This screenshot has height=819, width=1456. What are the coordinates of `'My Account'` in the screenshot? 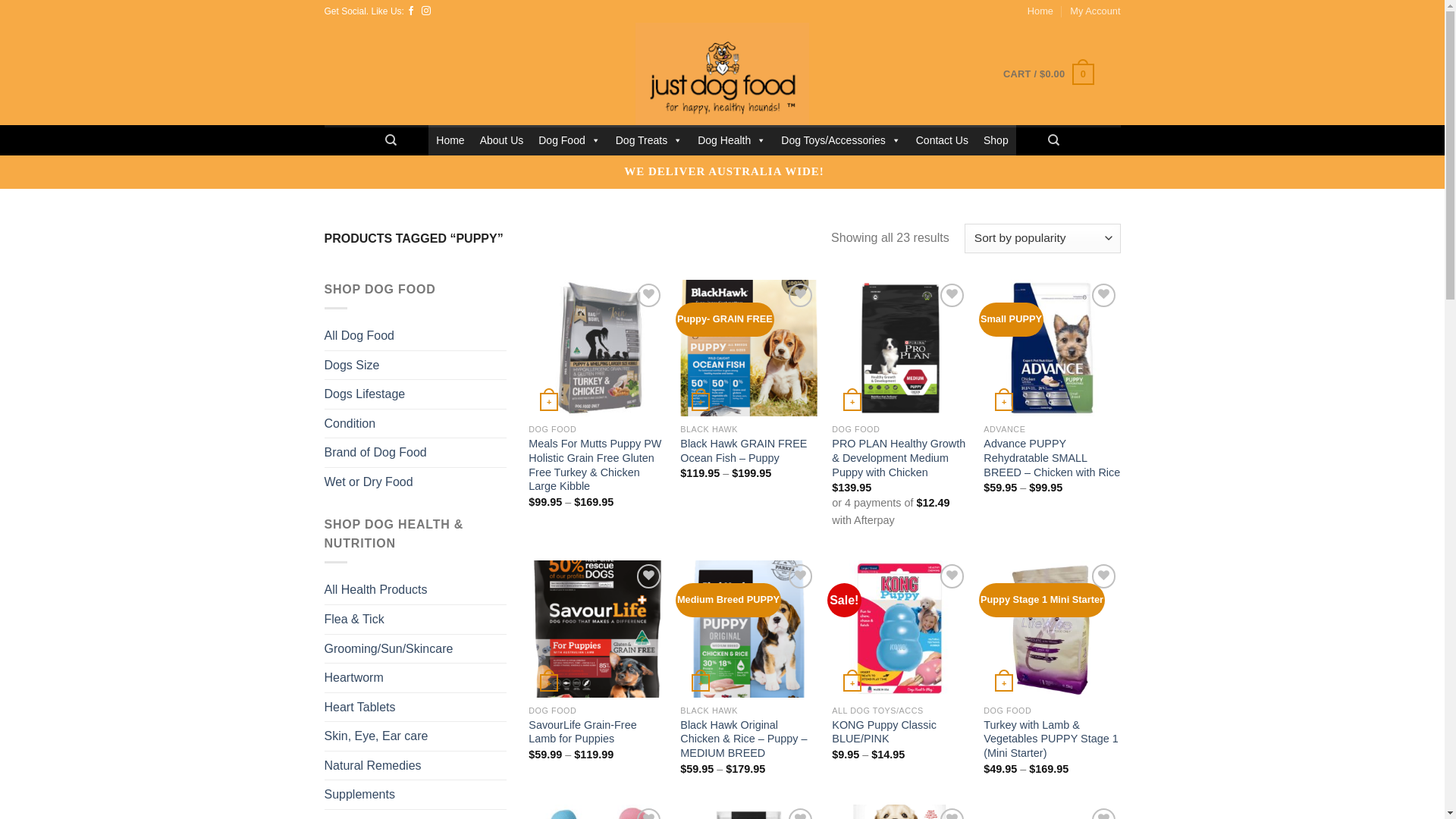 It's located at (1095, 11).